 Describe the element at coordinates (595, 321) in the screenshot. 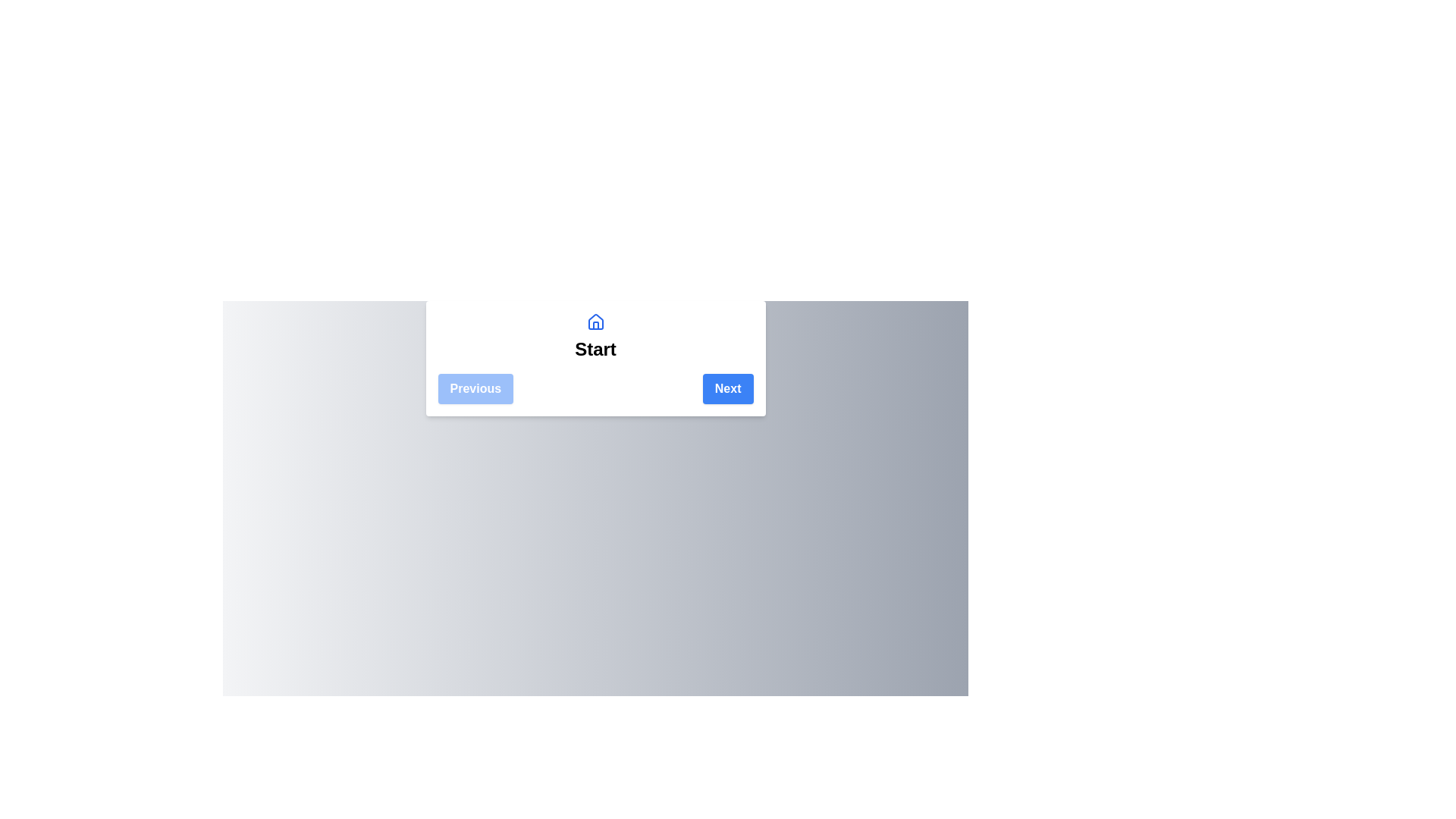

I see `the small house-shaped icon with blue strokes situated above the 'Start' text label, which is centrally aligned within the panel` at that location.